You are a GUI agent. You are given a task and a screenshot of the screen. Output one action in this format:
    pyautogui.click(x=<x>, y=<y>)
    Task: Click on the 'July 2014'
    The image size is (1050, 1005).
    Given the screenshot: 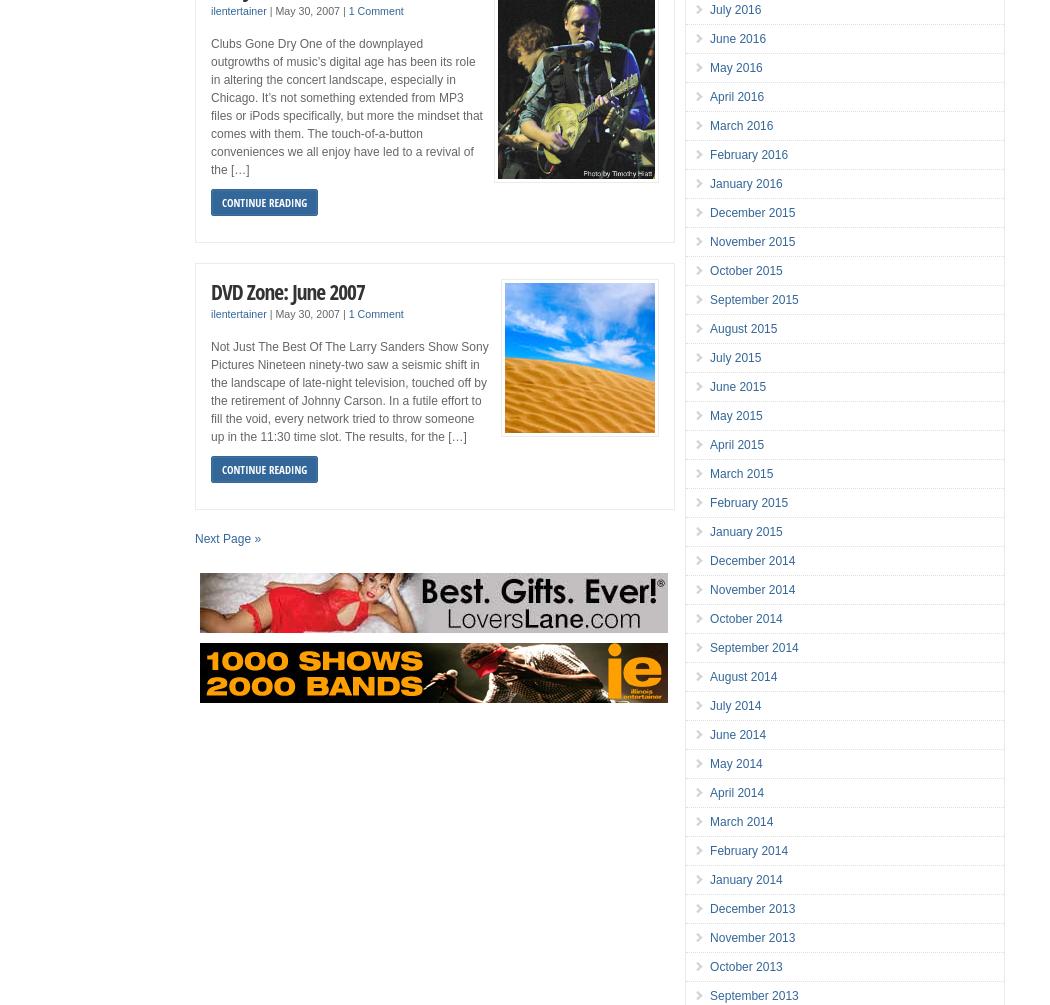 What is the action you would take?
    pyautogui.click(x=710, y=706)
    